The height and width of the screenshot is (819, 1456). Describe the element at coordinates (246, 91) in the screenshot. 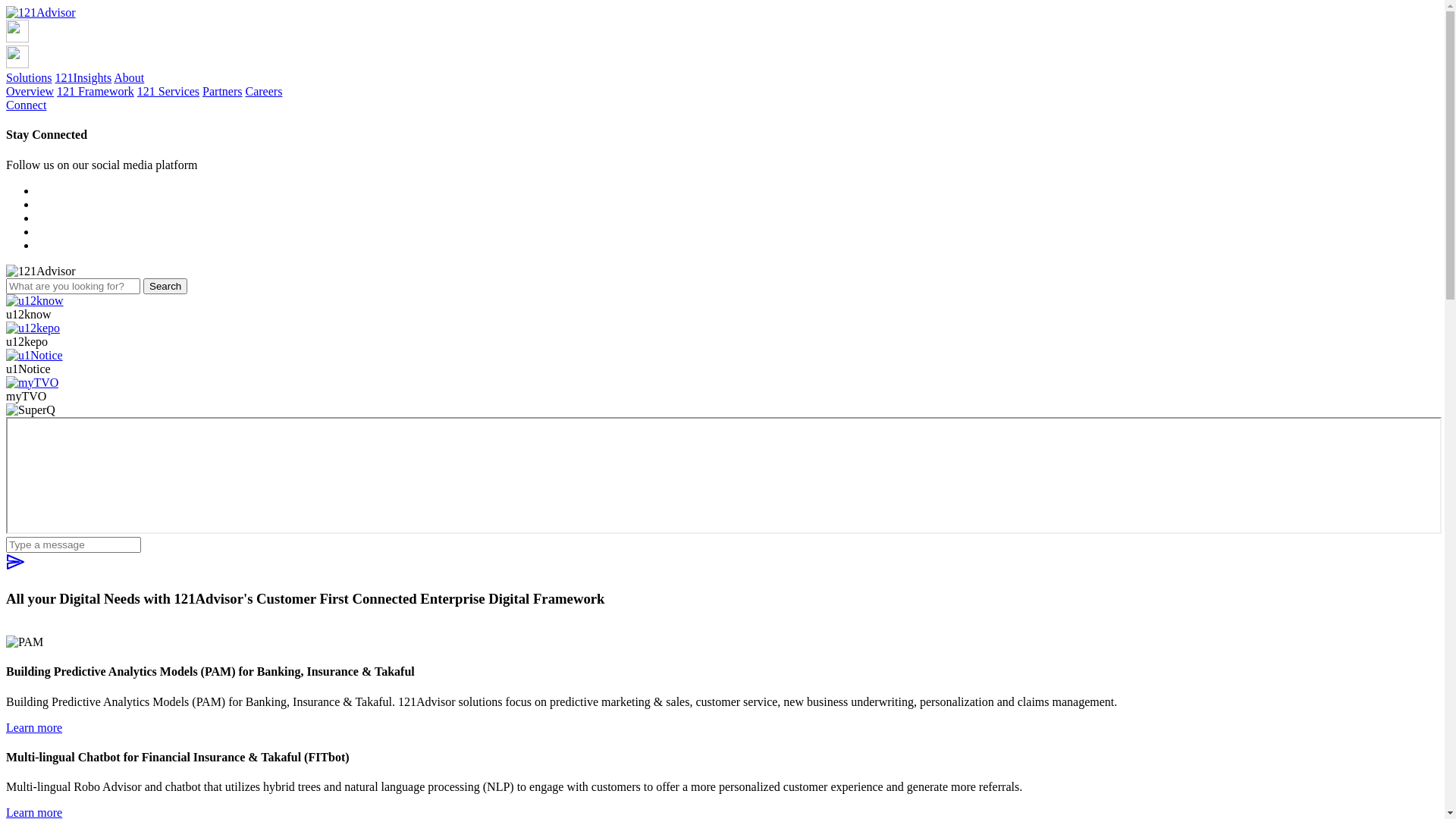

I see `'Careers'` at that location.